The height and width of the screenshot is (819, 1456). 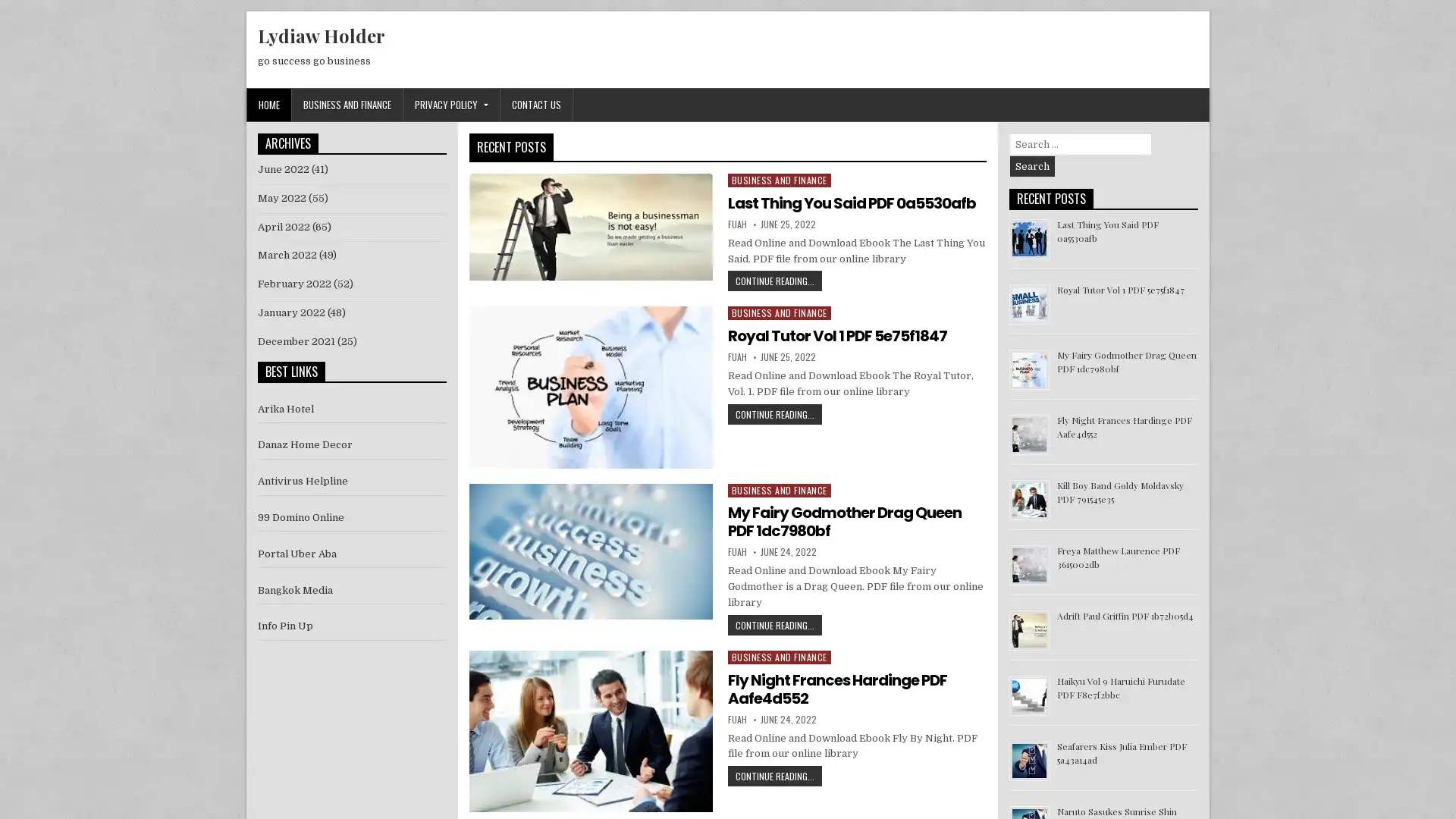 I want to click on Search, so click(x=1031, y=166).